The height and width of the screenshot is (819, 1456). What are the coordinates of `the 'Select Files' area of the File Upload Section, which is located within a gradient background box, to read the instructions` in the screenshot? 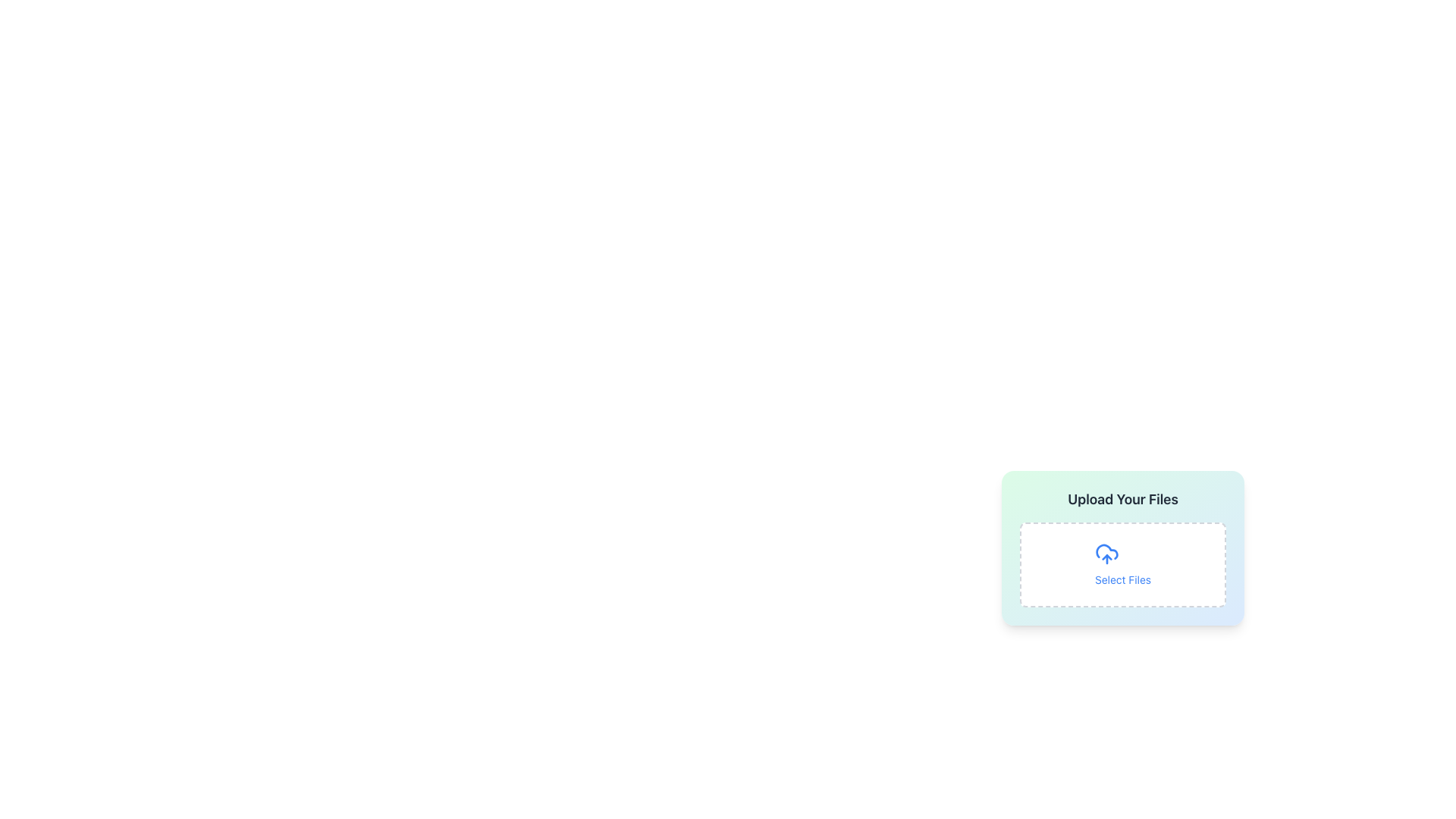 It's located at (1123, 579).